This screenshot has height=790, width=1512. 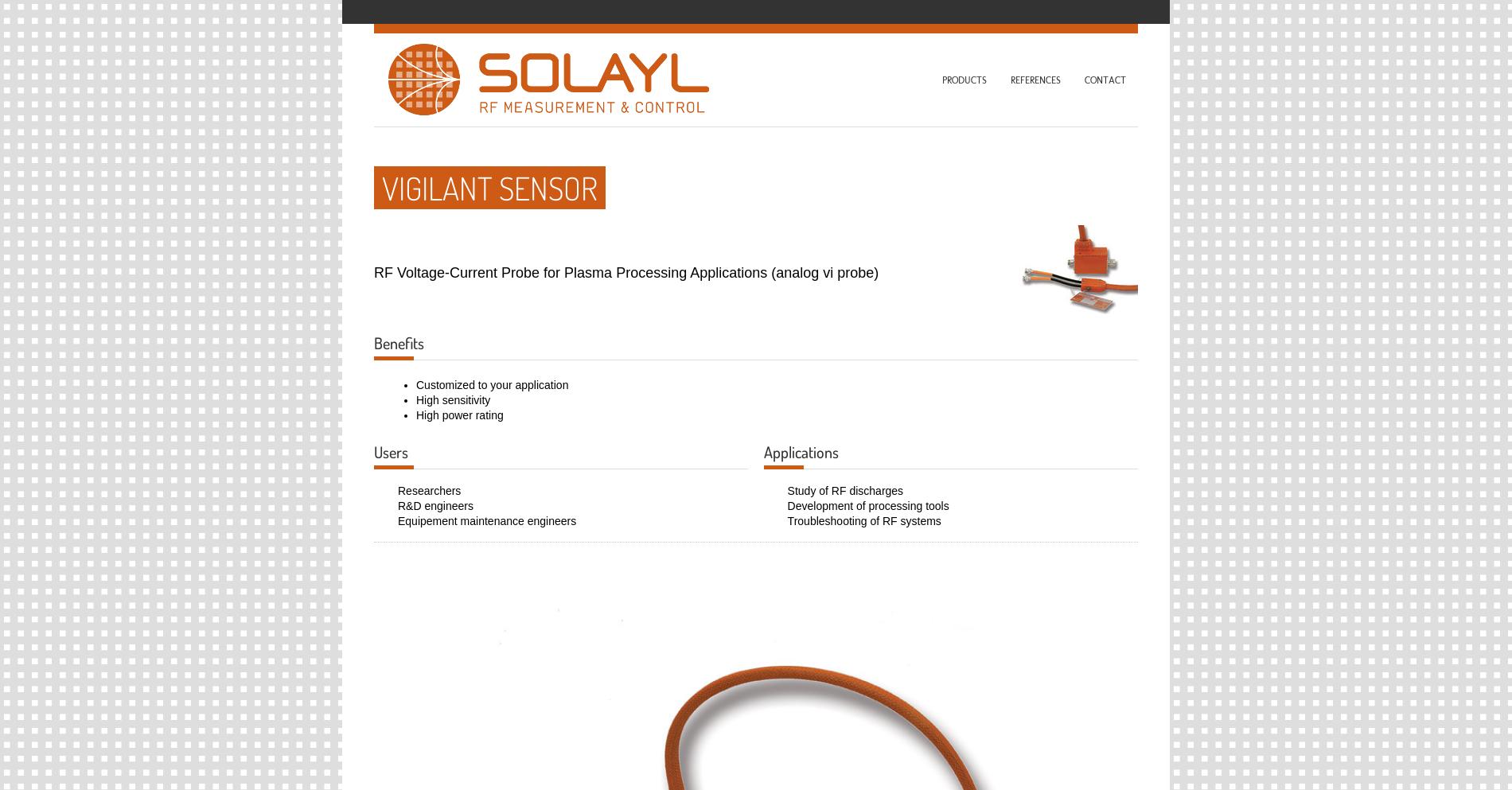 What do you see at coordinates (489, 187) in the screenshot?
I see `'VIGILANT SENSOR'` at bounding box center [489, 187].